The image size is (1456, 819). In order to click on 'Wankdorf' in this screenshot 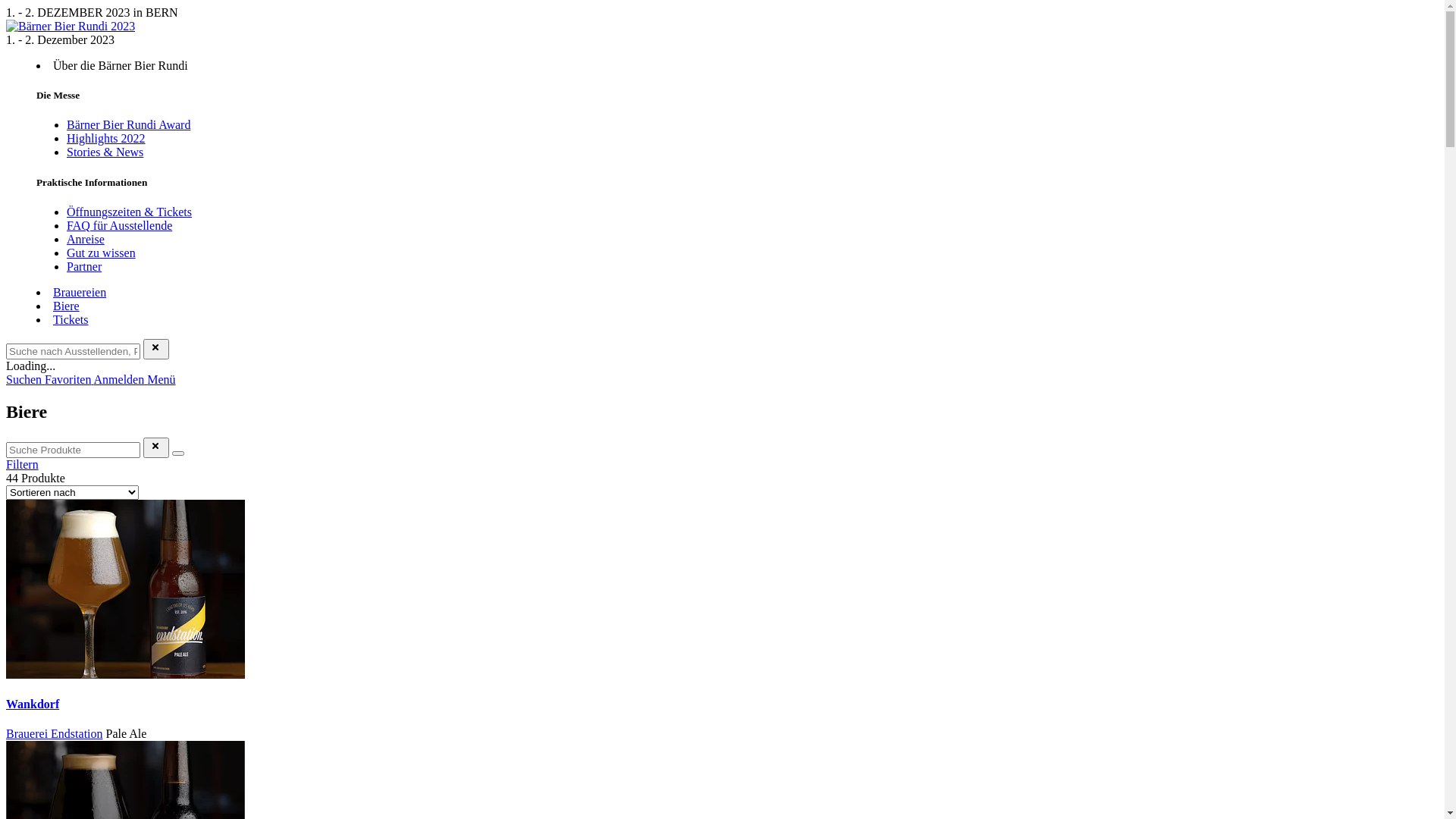, I will do `click(6, 704)`.